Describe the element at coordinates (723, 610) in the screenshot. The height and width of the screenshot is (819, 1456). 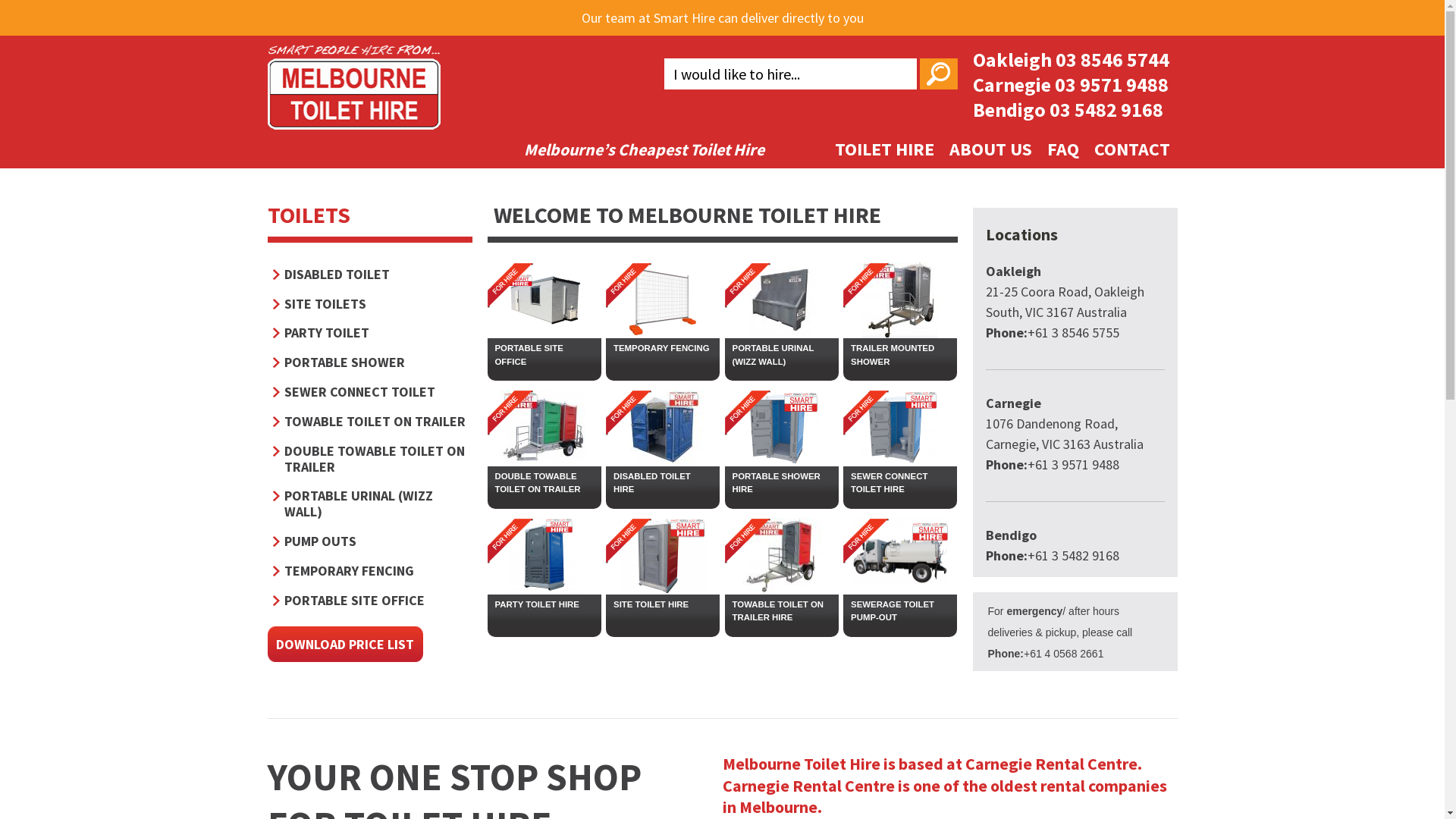
I see `'TOWABLE TOILET ON TRAILER HIRE'` at that location.